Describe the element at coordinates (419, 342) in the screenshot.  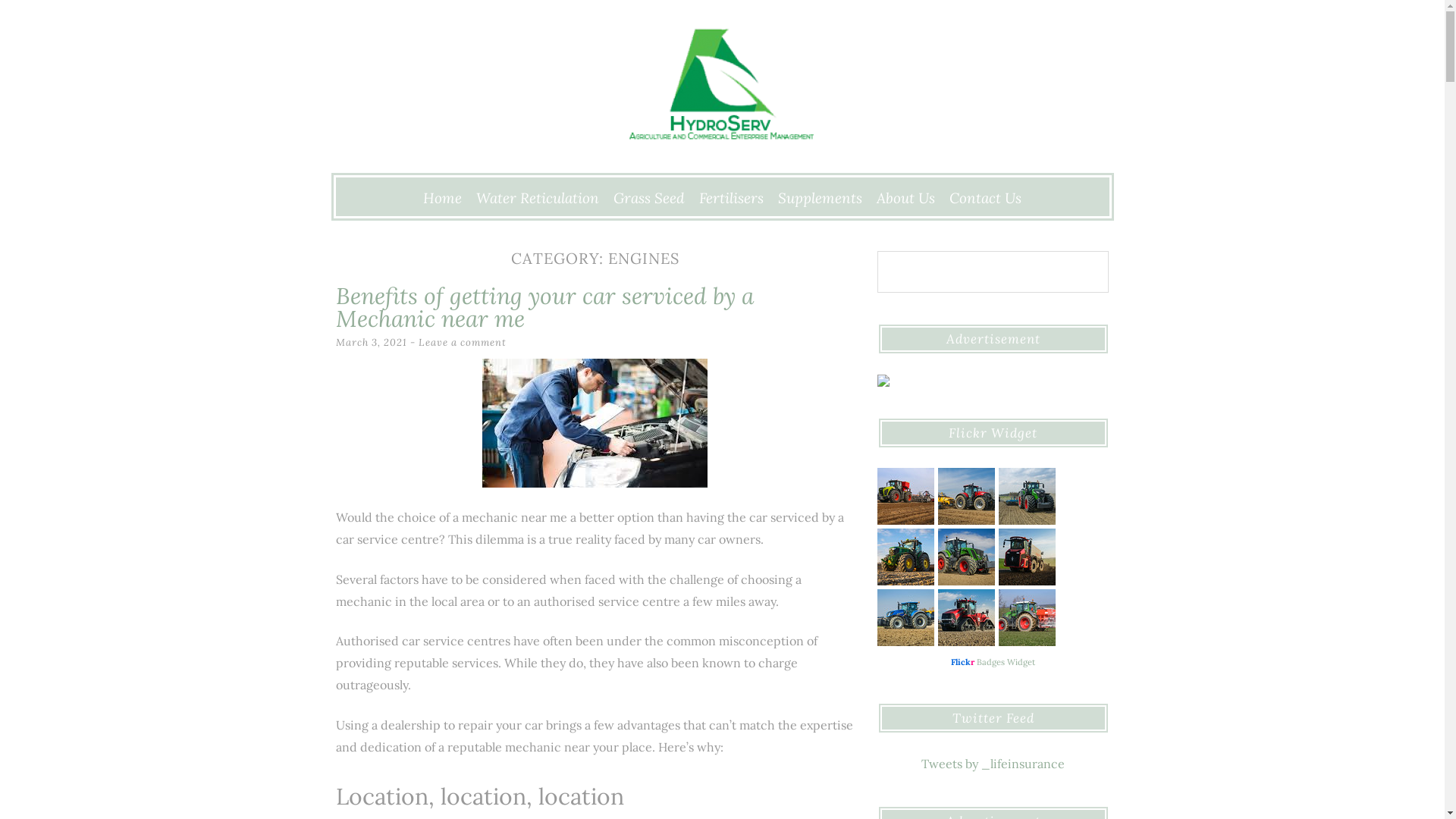
I see `'Leave a comment'` at that location.